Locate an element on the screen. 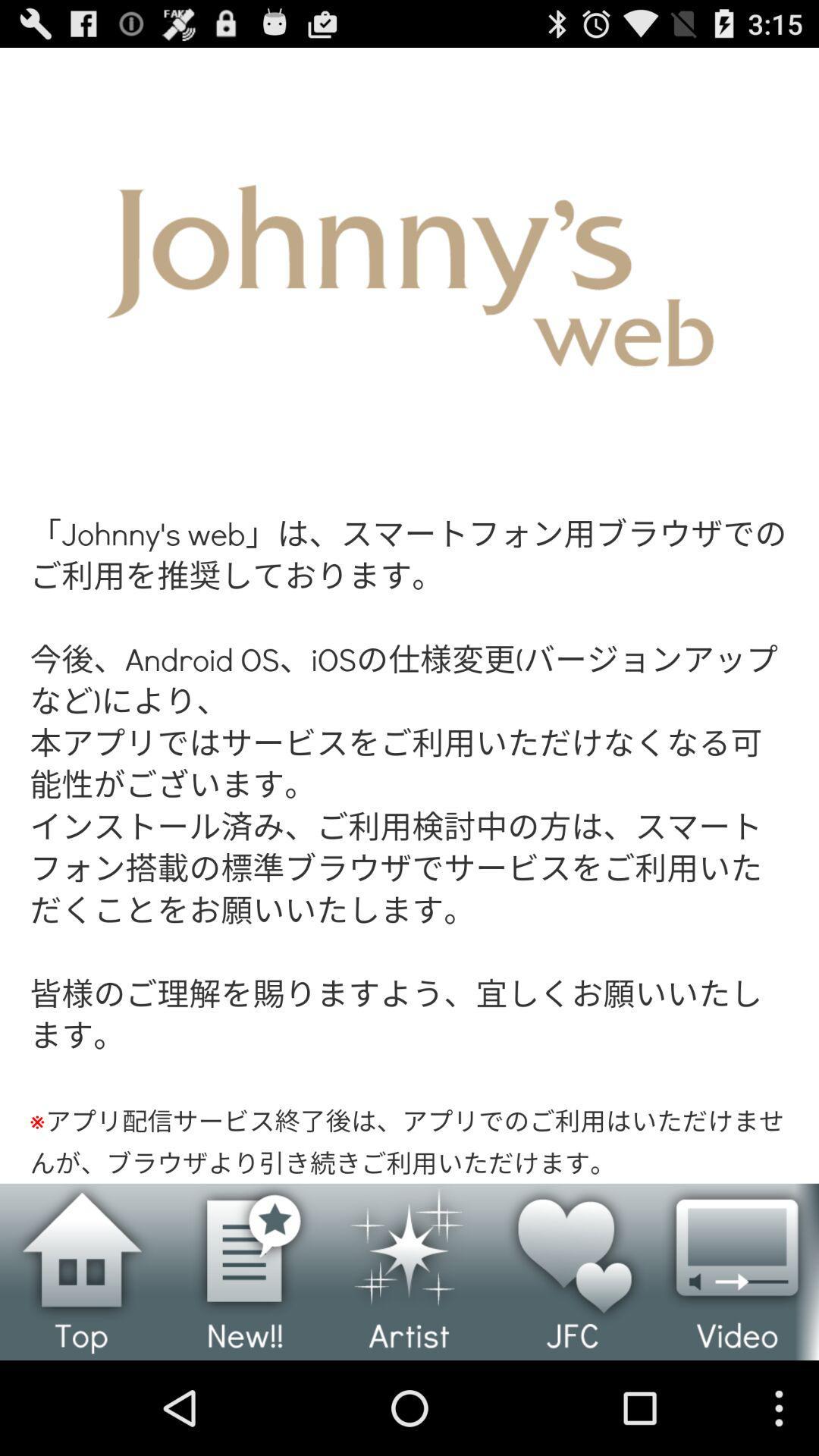  the chat icon is located at coordinates (245, 1361).